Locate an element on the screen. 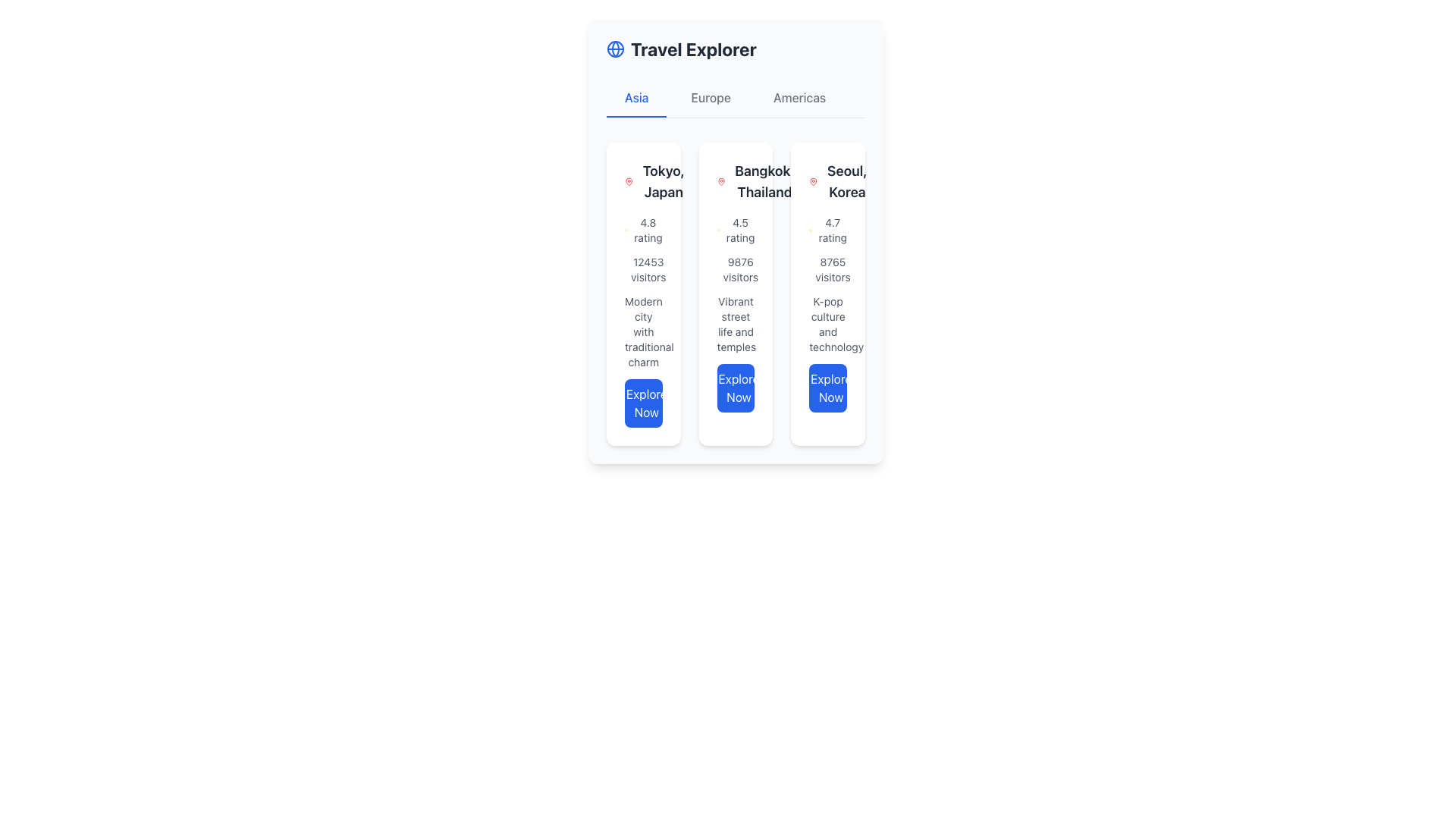 The height and width of the screenshot is (819, 1456). the '4.7 rating' text element styled in small gray font with a yellow star icon, located on the 'Seoul, Korea' card is located at coordinates (827, 231).